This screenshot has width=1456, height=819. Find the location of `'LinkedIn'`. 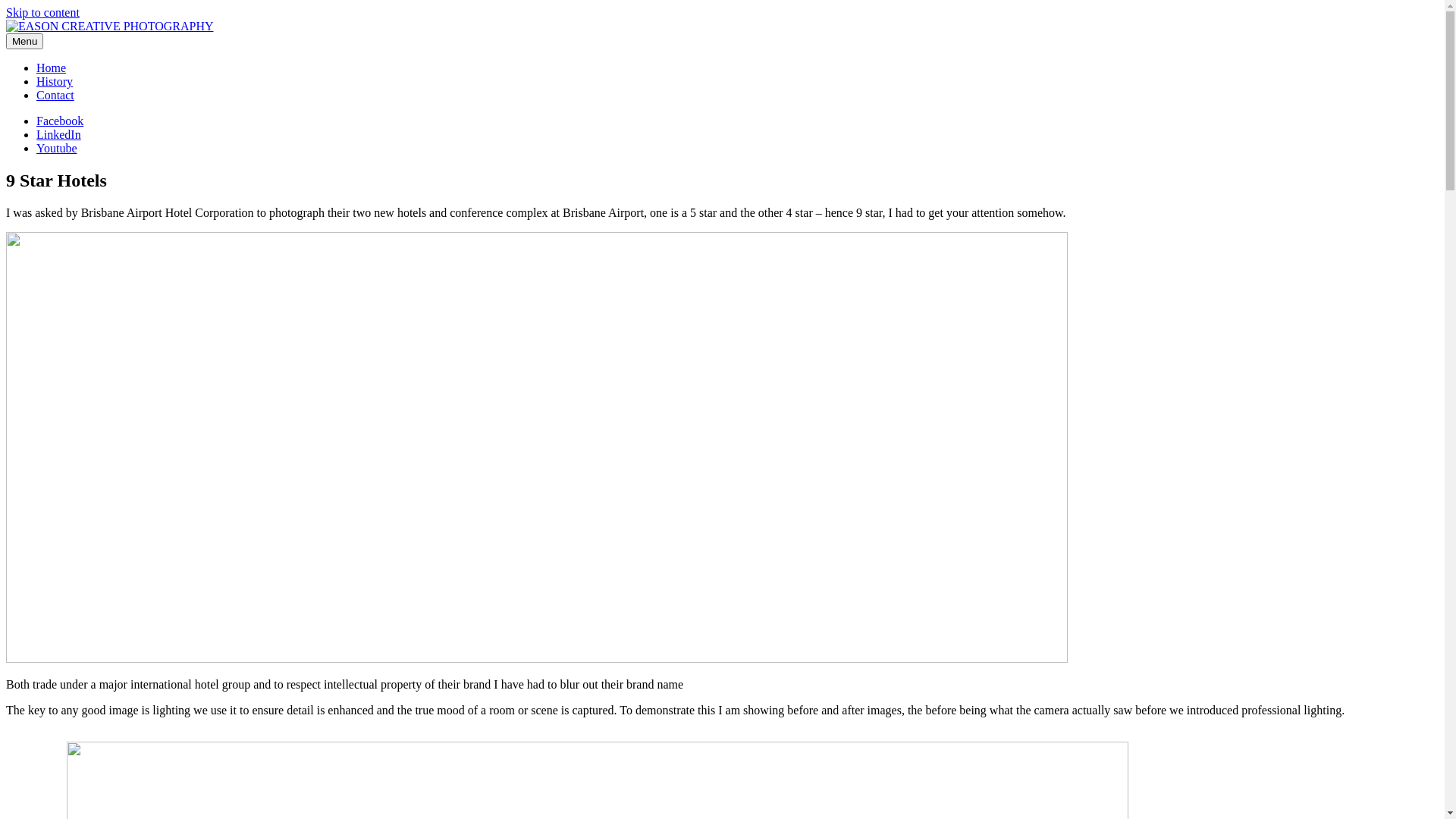

'LinkedIn' is located at coordinates (36, 133).